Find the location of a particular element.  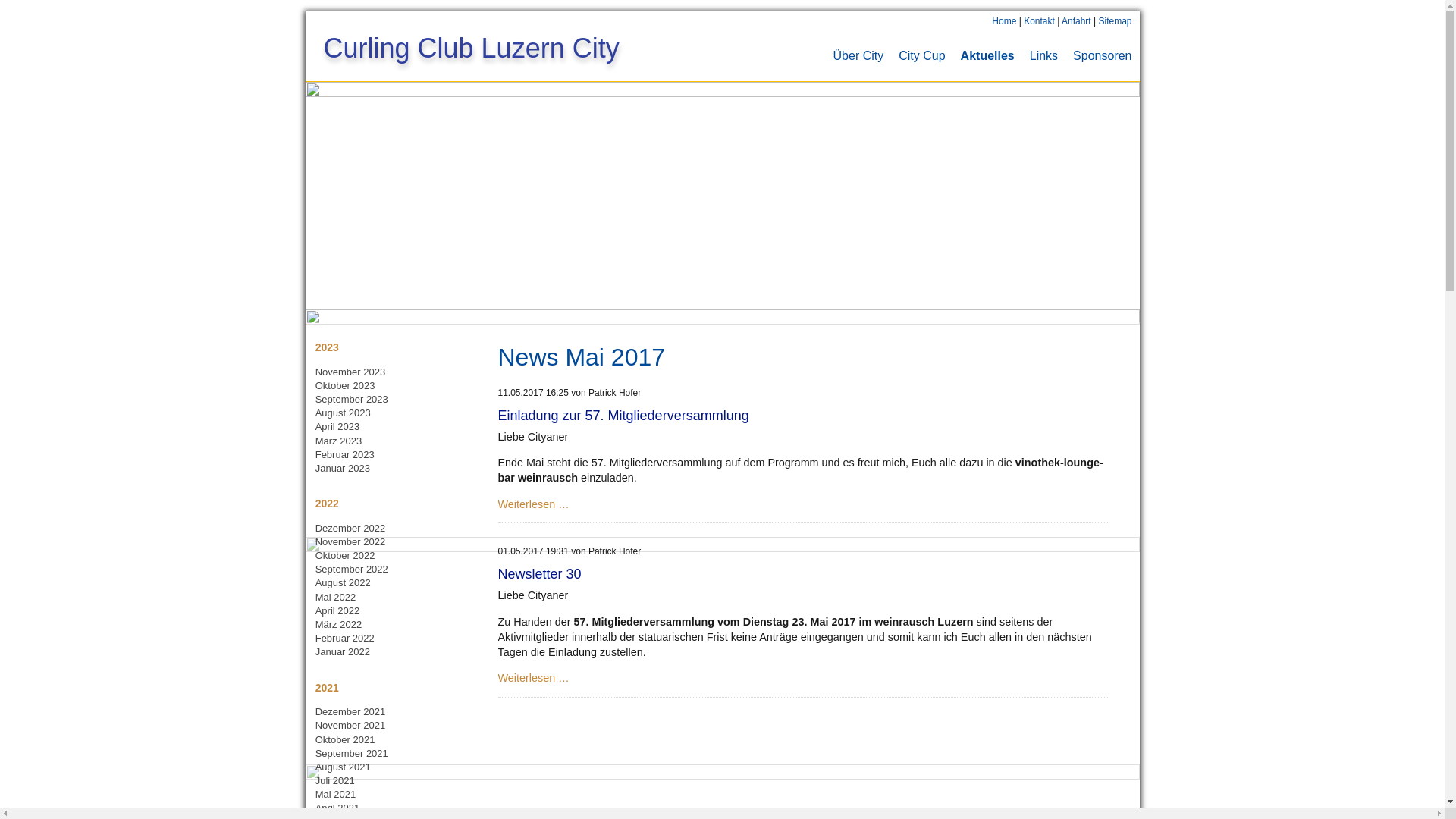

'November 2023' is located at coordinates (350, 372).